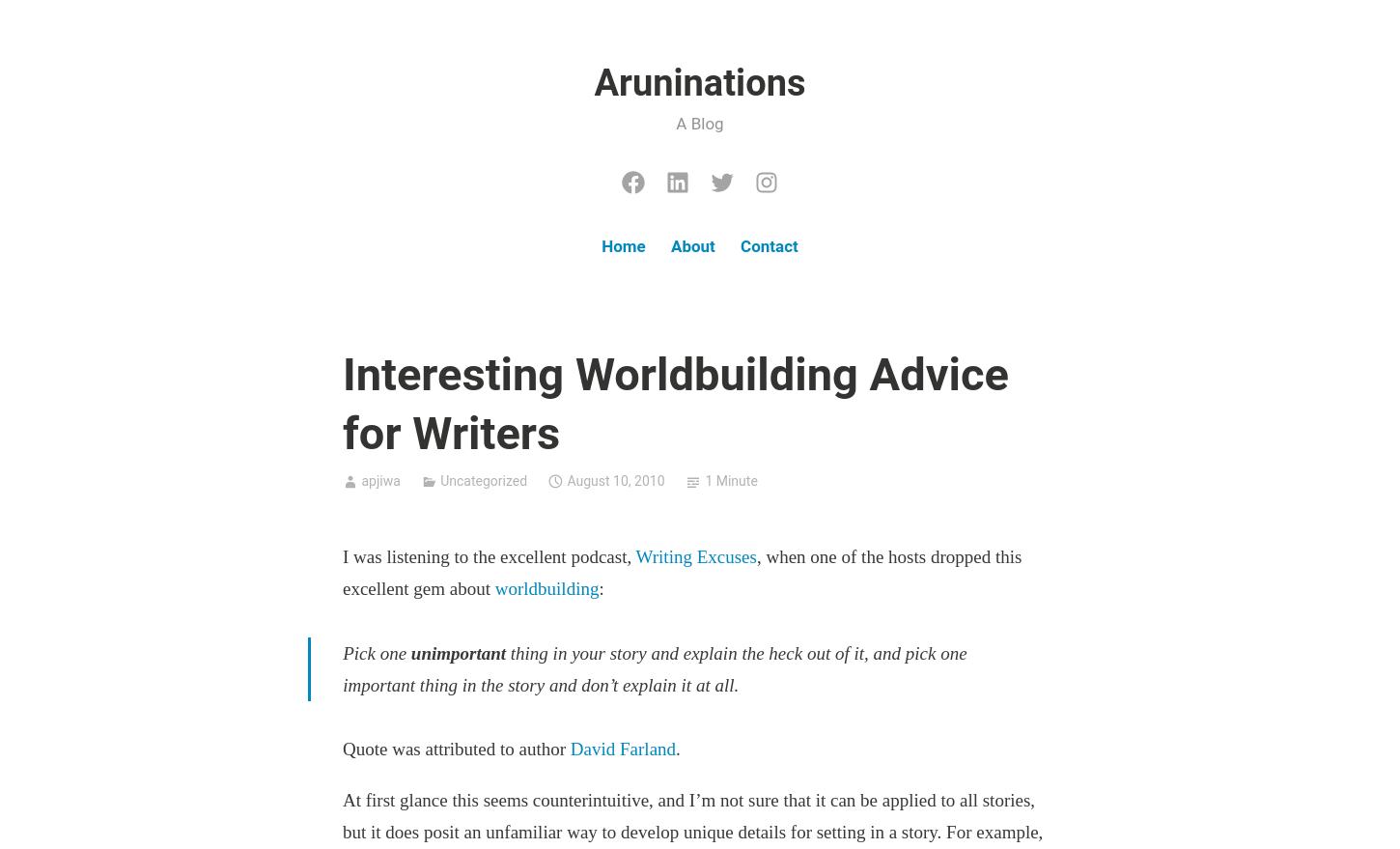  What do you see at coordinates (622, 244) in the screenshot?
I see `'Home'` at bounding box center [622, 244].